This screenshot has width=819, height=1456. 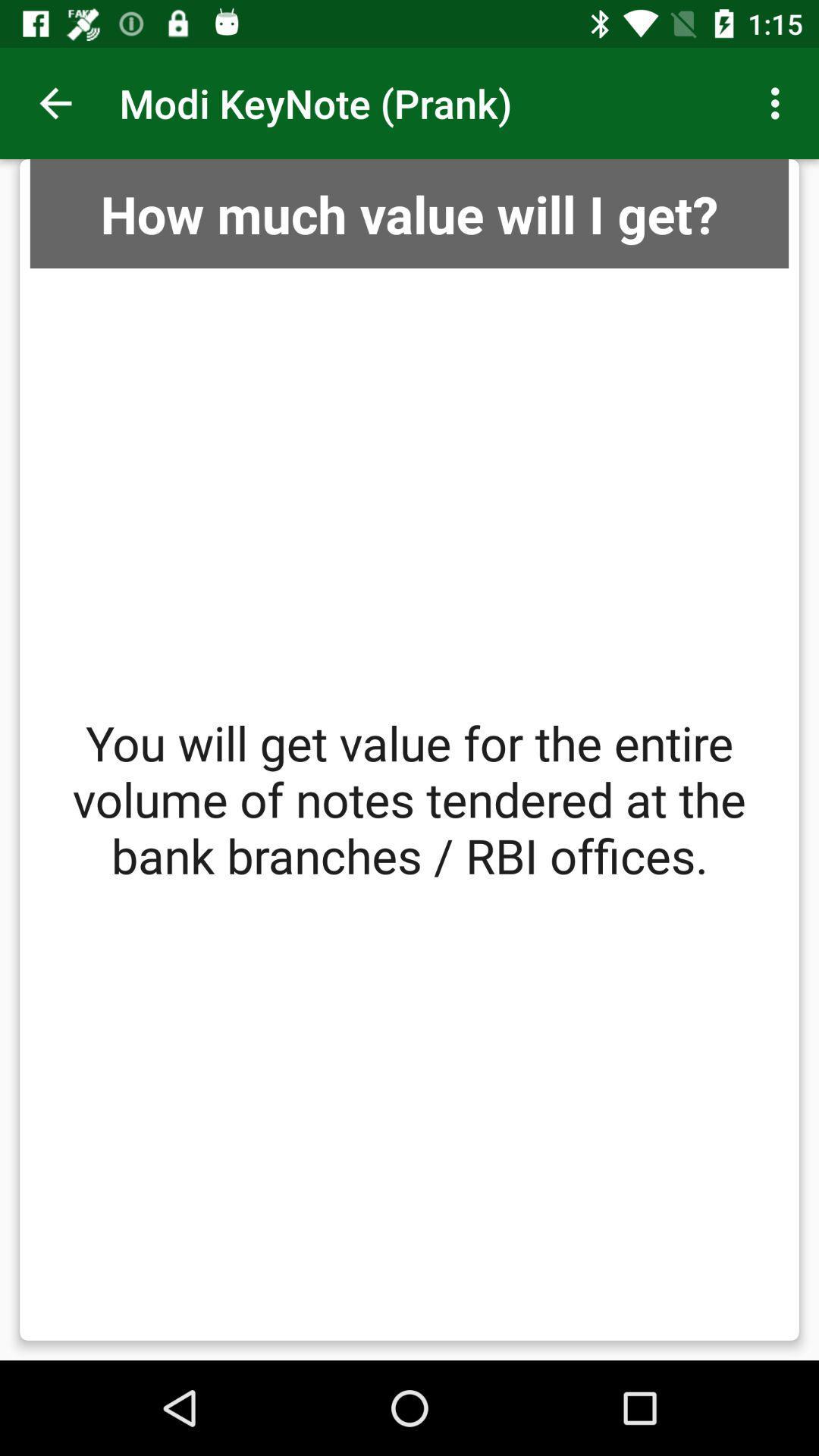 I want to click on the app next to the modi keynote (prank) icon, so click(x=55, y=102).